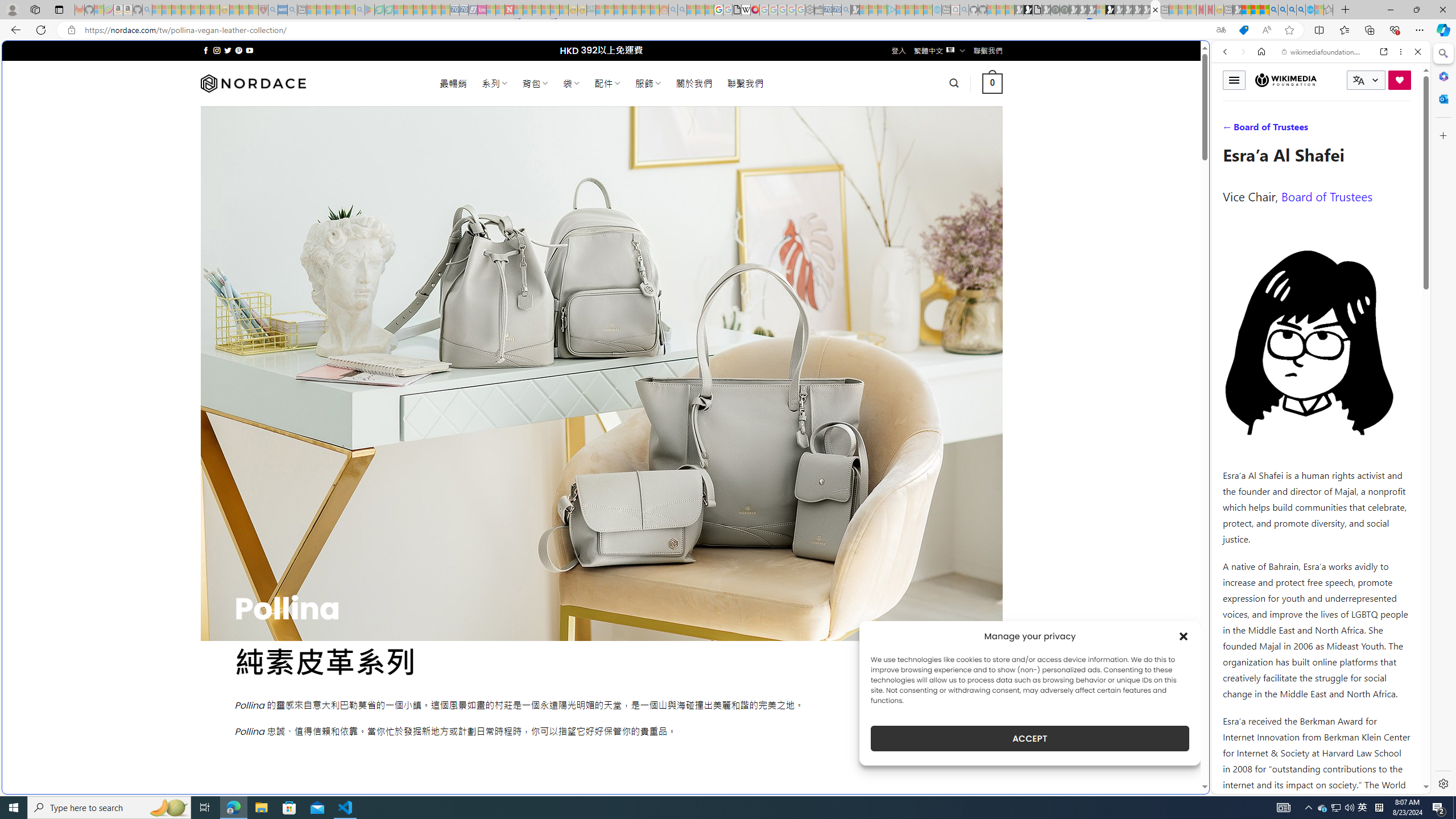 This screenshot has width=1456, height=819. I want to click on 'Add this page to favorites (Ctrl+D)', so click(1289, 30).